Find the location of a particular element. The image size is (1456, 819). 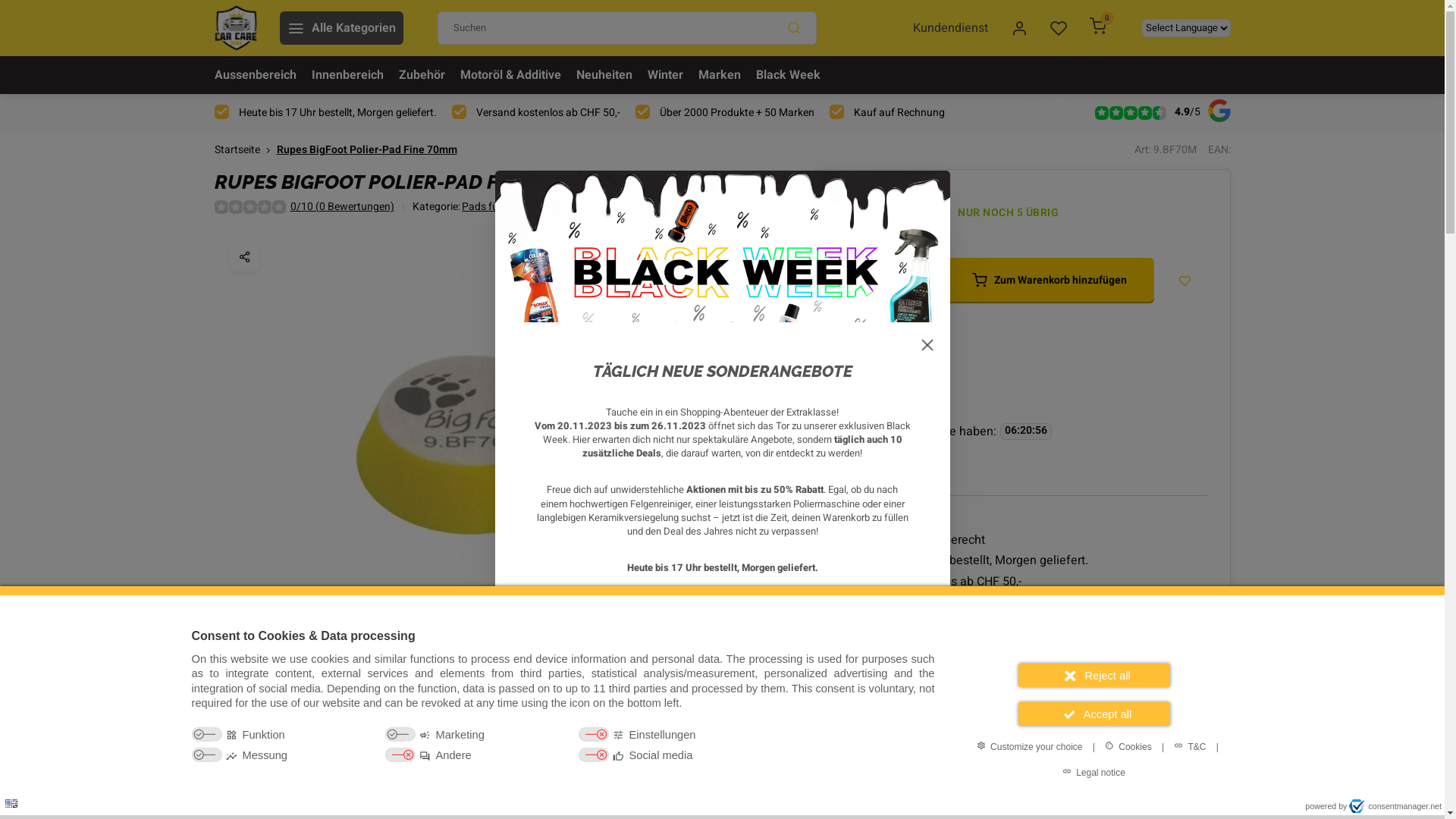

'T&C' is located at coordinates (1189, 745).